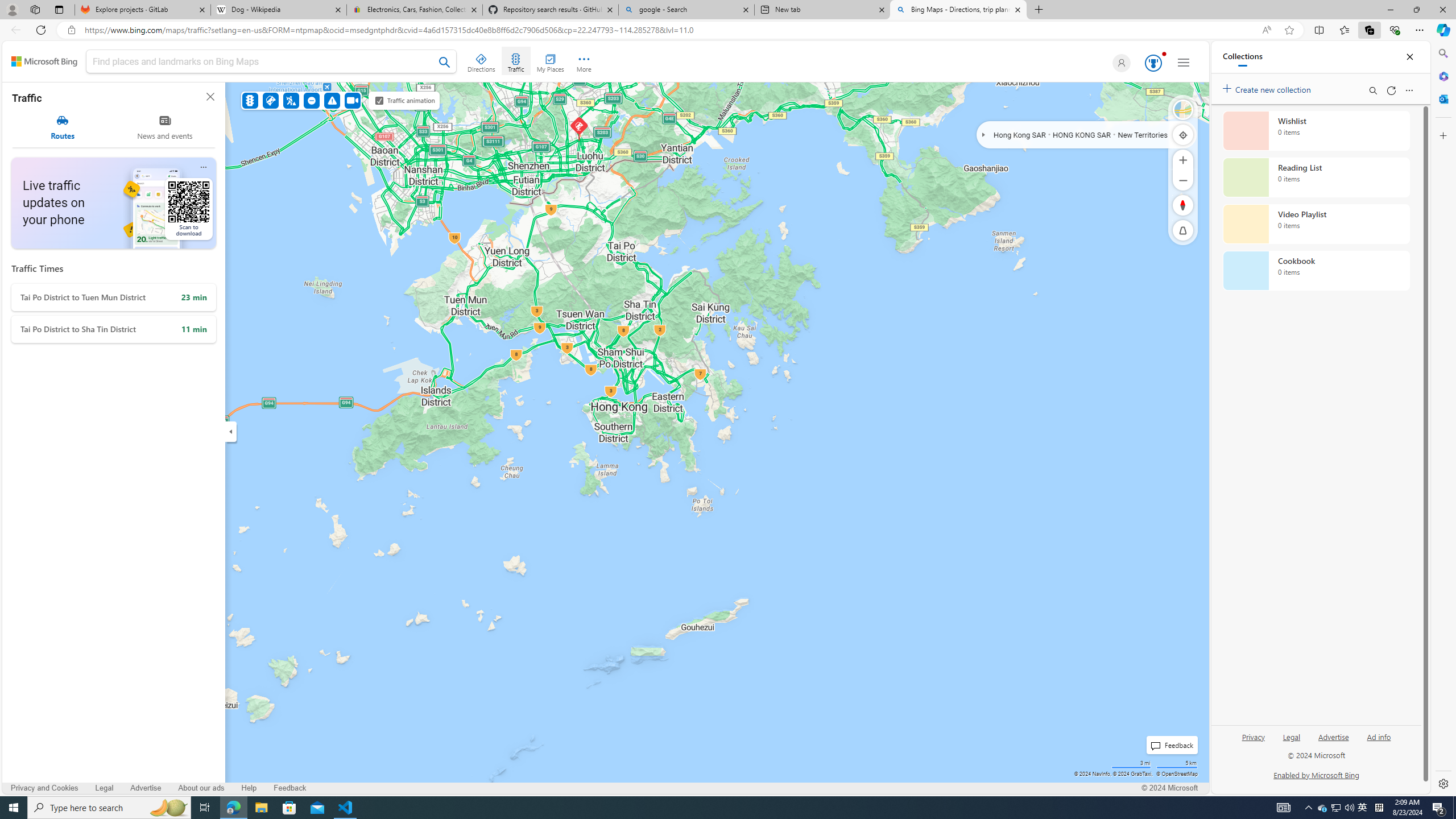  I want to click on 'Select Style', so click(1182, 109).